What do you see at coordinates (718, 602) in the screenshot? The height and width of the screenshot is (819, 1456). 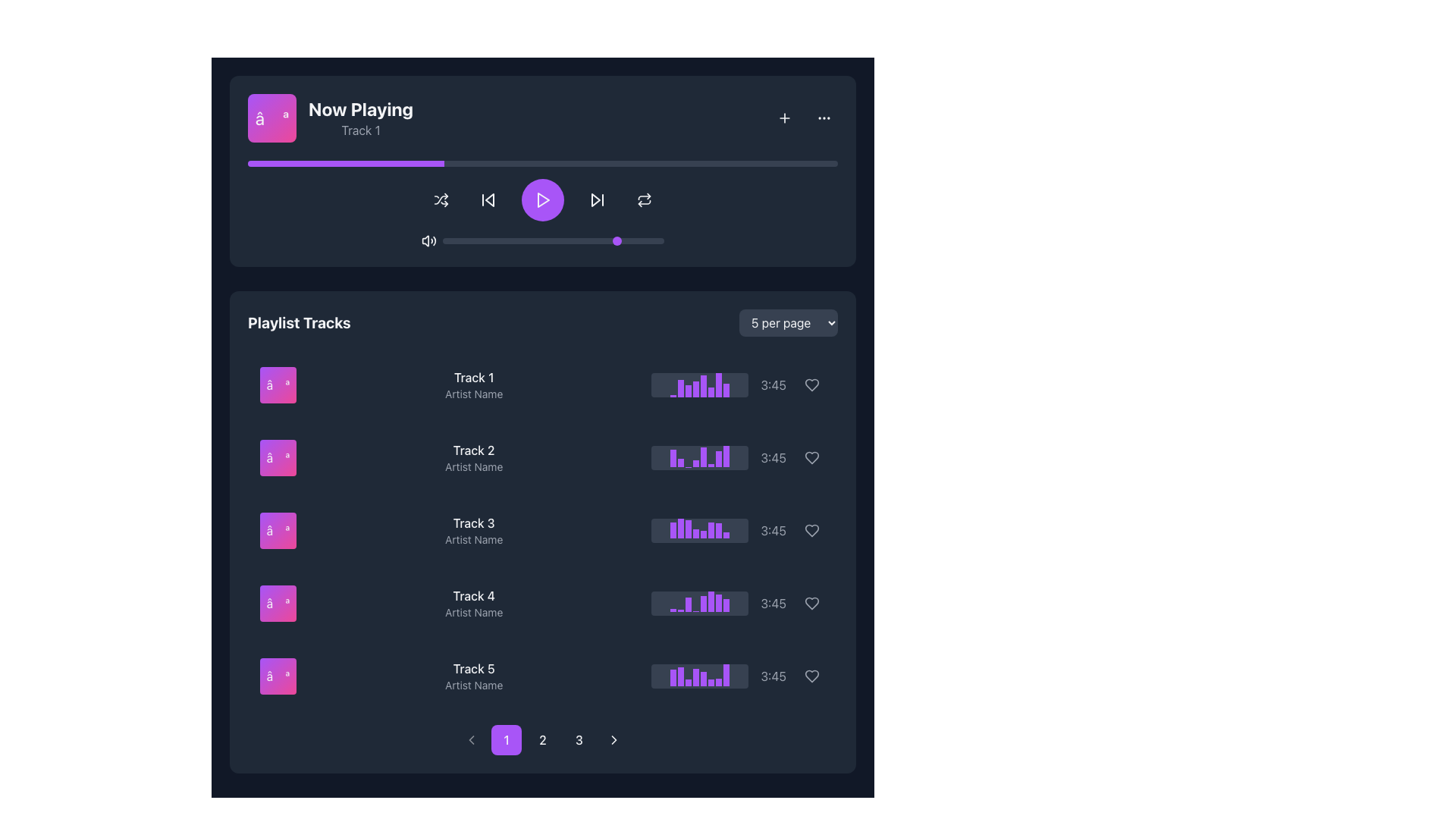 I see `the visual representation of the seventh bar in the mini-bar chart located to the right of the 'Track 4' row in the 'Playlist Tracks' section` at bounding box center [718, 602].